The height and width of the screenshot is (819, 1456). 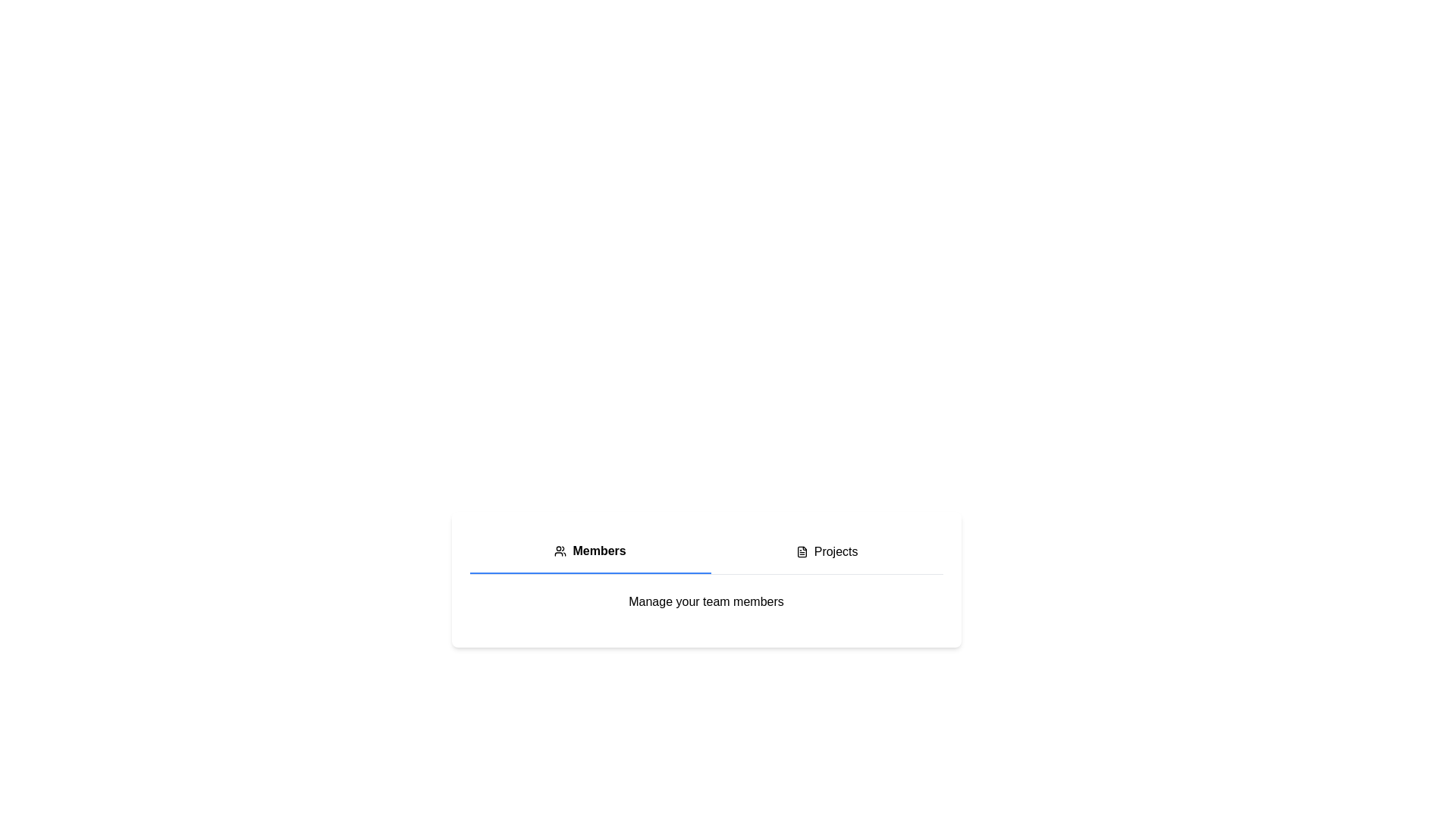 What do you see at coordinates (801, 552) in the screenshot?
I see `the document icon located in the horizontal menu area, positioned directly to the left of the 'Projects' text` at bounding box center [801, 552].